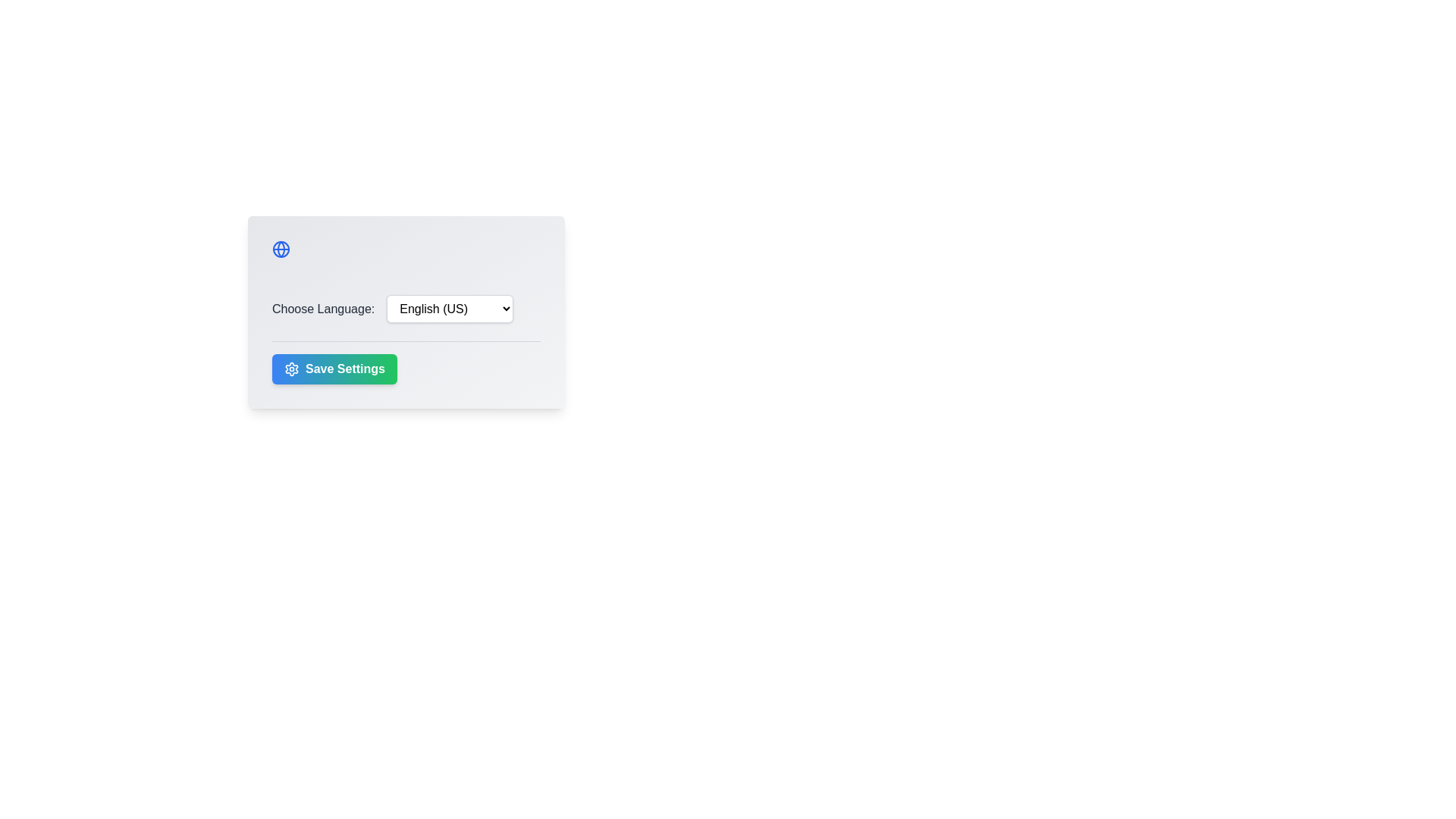  I want to click on the settings icon which signifies application configurations or preferences, located in the top-left corner of the interface, so click(291, 369).